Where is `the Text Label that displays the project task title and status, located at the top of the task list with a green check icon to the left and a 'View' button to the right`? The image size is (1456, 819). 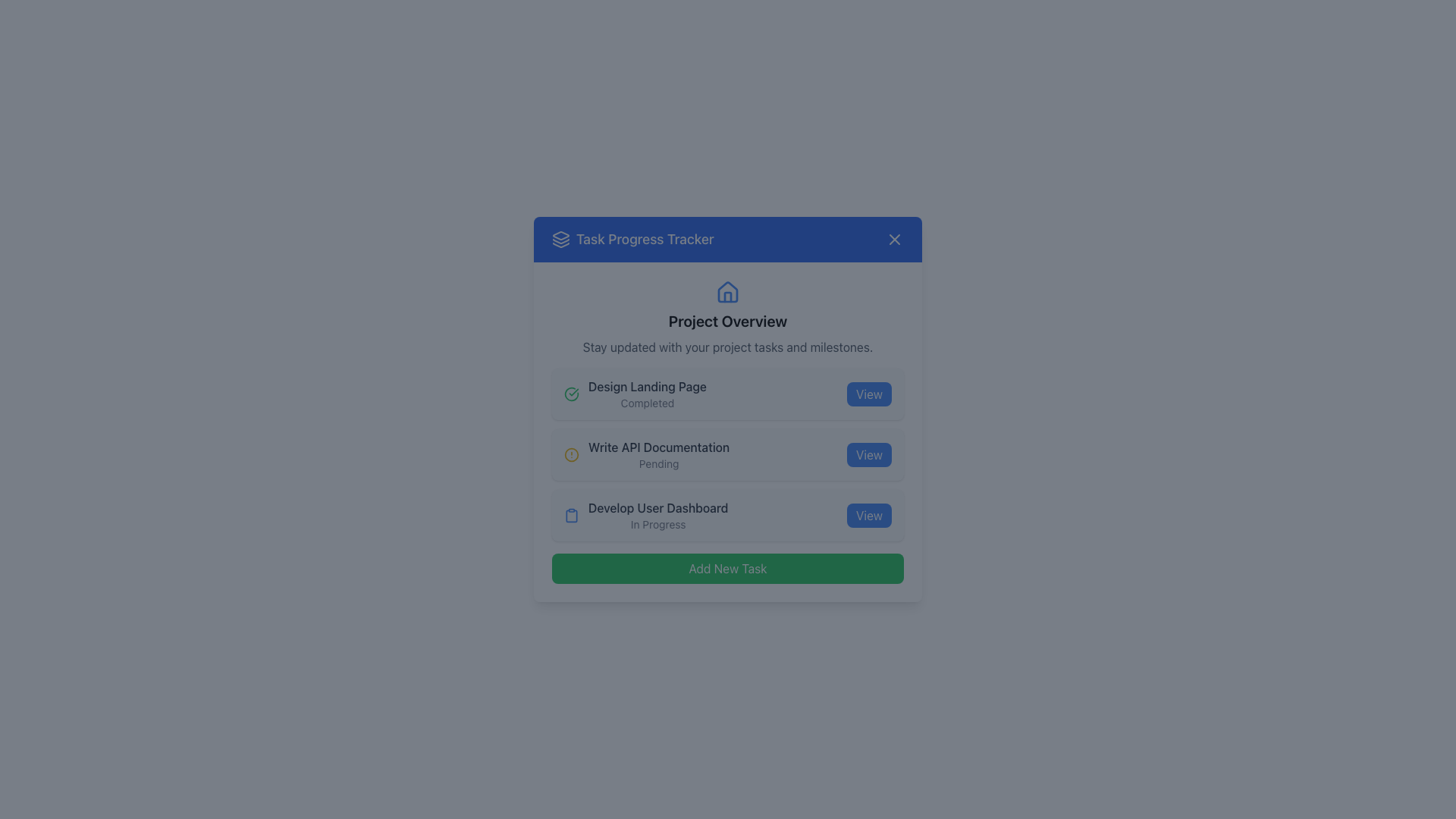
the Text Label that displays the project task title and status, located at the top of the task list with a green check icon to the left and a 'View' button to the right is located at coordinates (648, 394).